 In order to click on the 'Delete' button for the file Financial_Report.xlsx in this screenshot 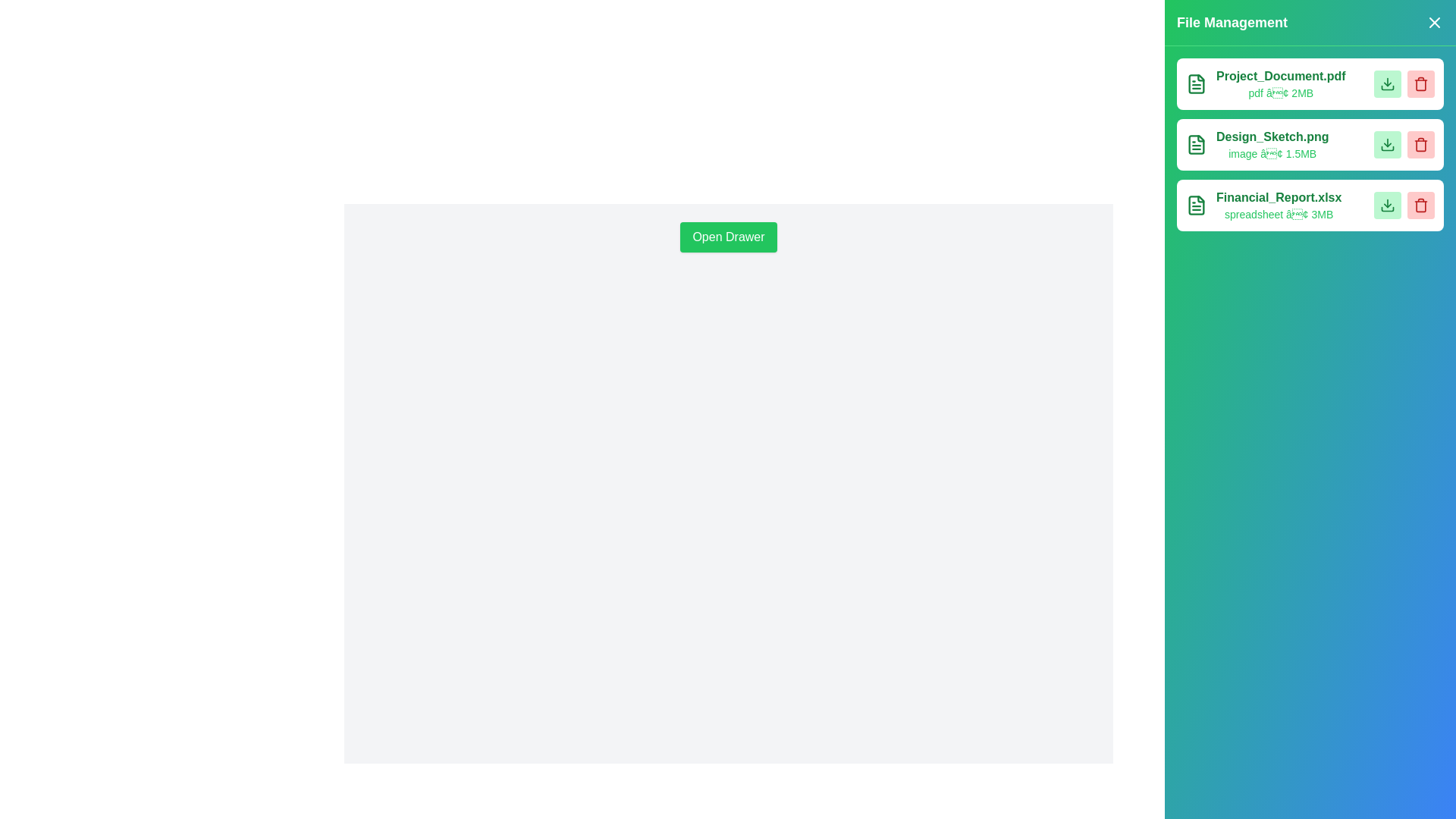, I will do `click(1420, 205)`.